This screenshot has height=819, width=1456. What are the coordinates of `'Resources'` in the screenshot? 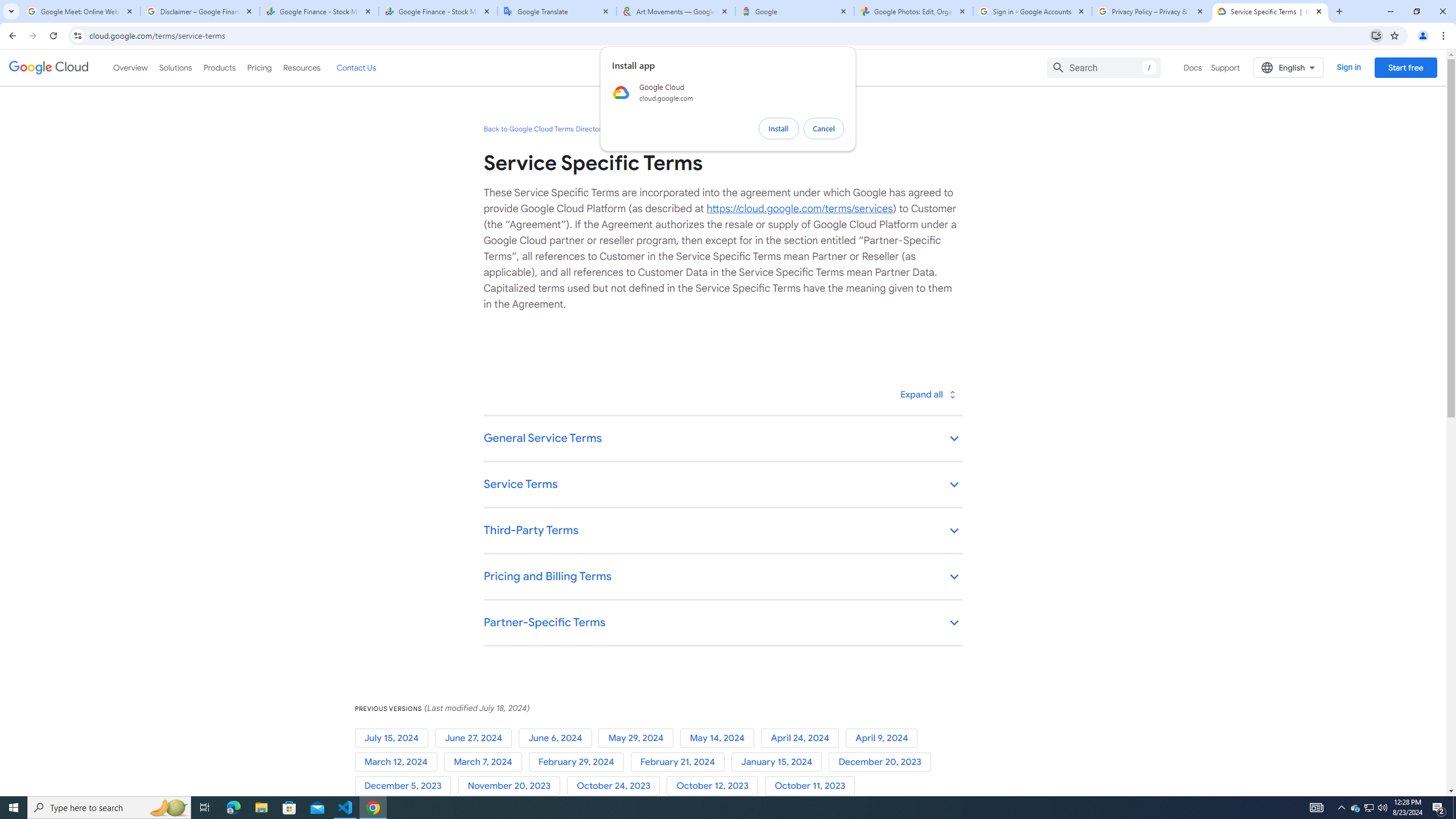 It's located at (301, 67).